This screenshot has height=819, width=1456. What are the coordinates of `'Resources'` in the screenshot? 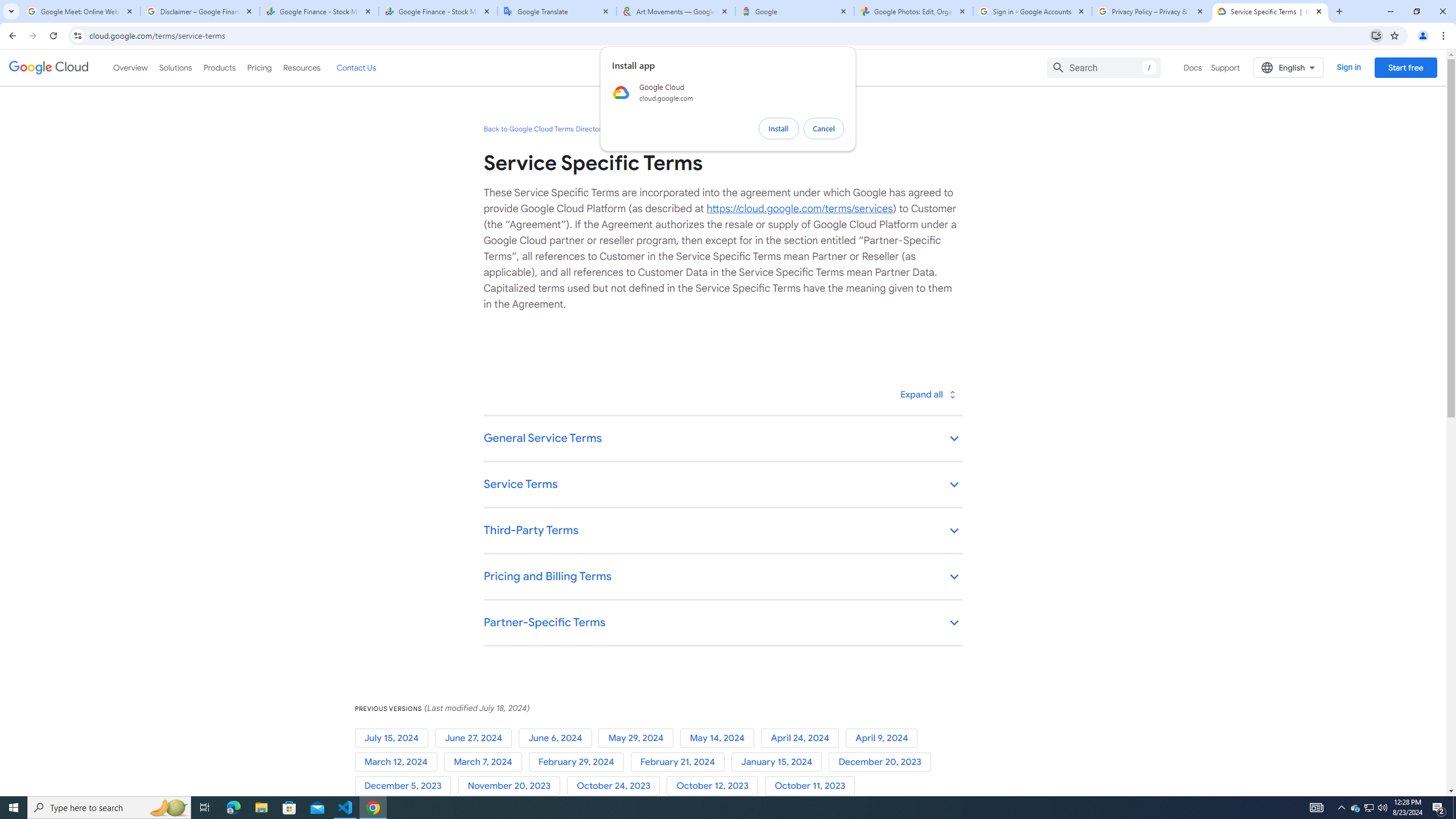 It's located at (301, 67).